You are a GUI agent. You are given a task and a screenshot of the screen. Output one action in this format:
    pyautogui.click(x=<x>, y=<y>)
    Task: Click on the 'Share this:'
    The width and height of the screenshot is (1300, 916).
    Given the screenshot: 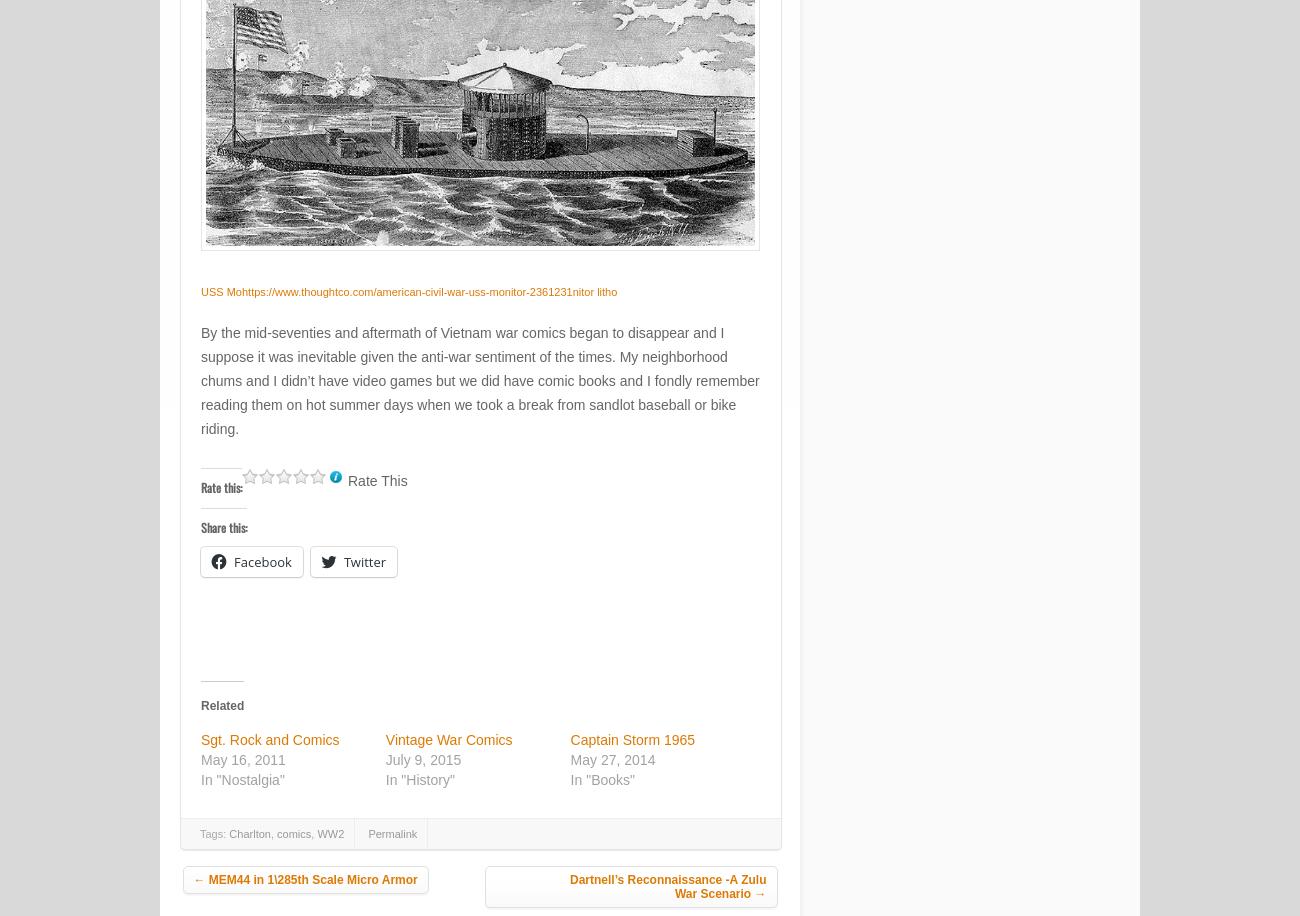 What is the action you would take?
    pyautogui.click(x=222, y=525)
    